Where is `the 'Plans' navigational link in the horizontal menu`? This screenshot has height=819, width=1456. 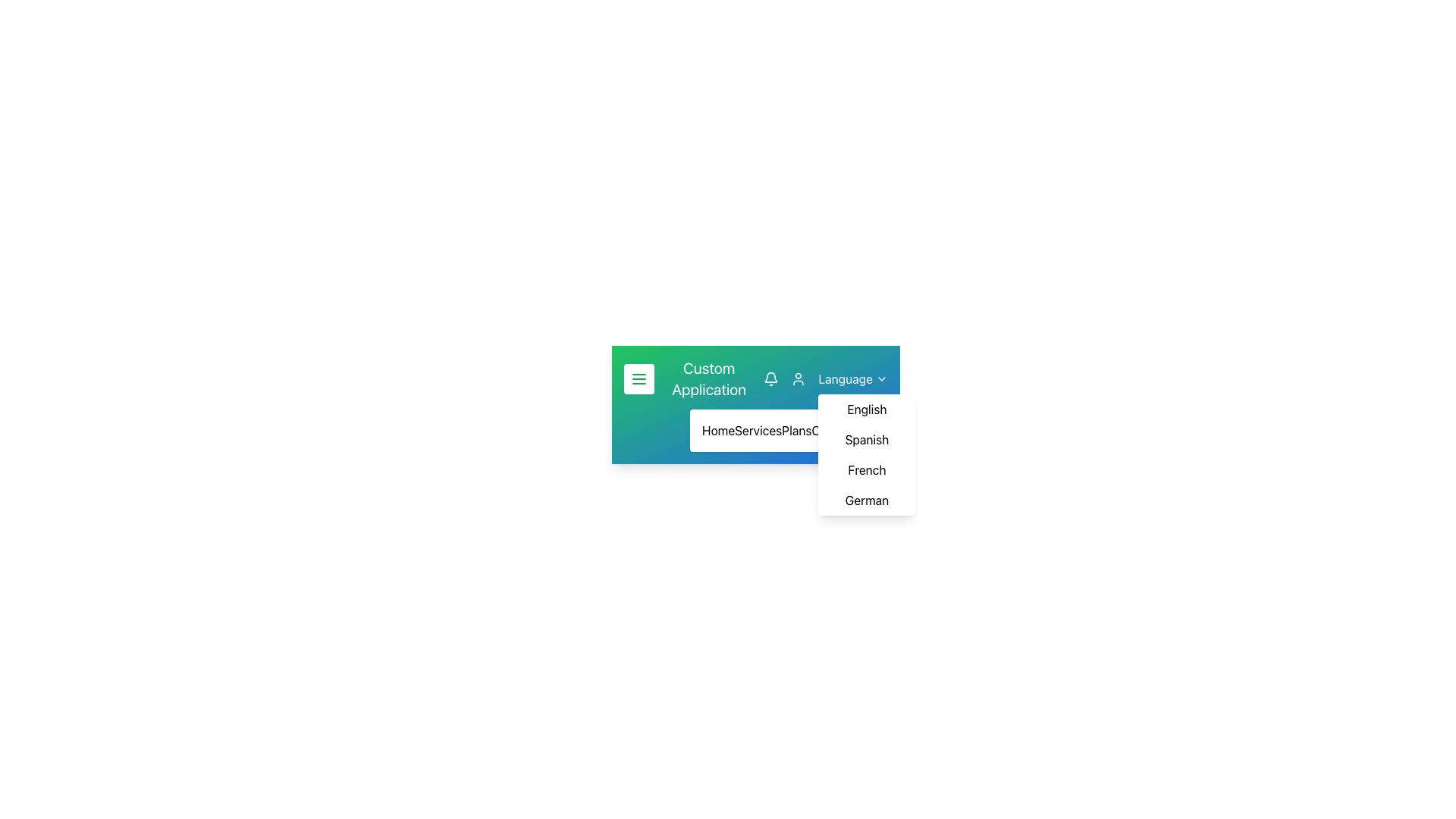
the 'Plans' navigational link in the horizontal menu is located at coordinates (795, 430).